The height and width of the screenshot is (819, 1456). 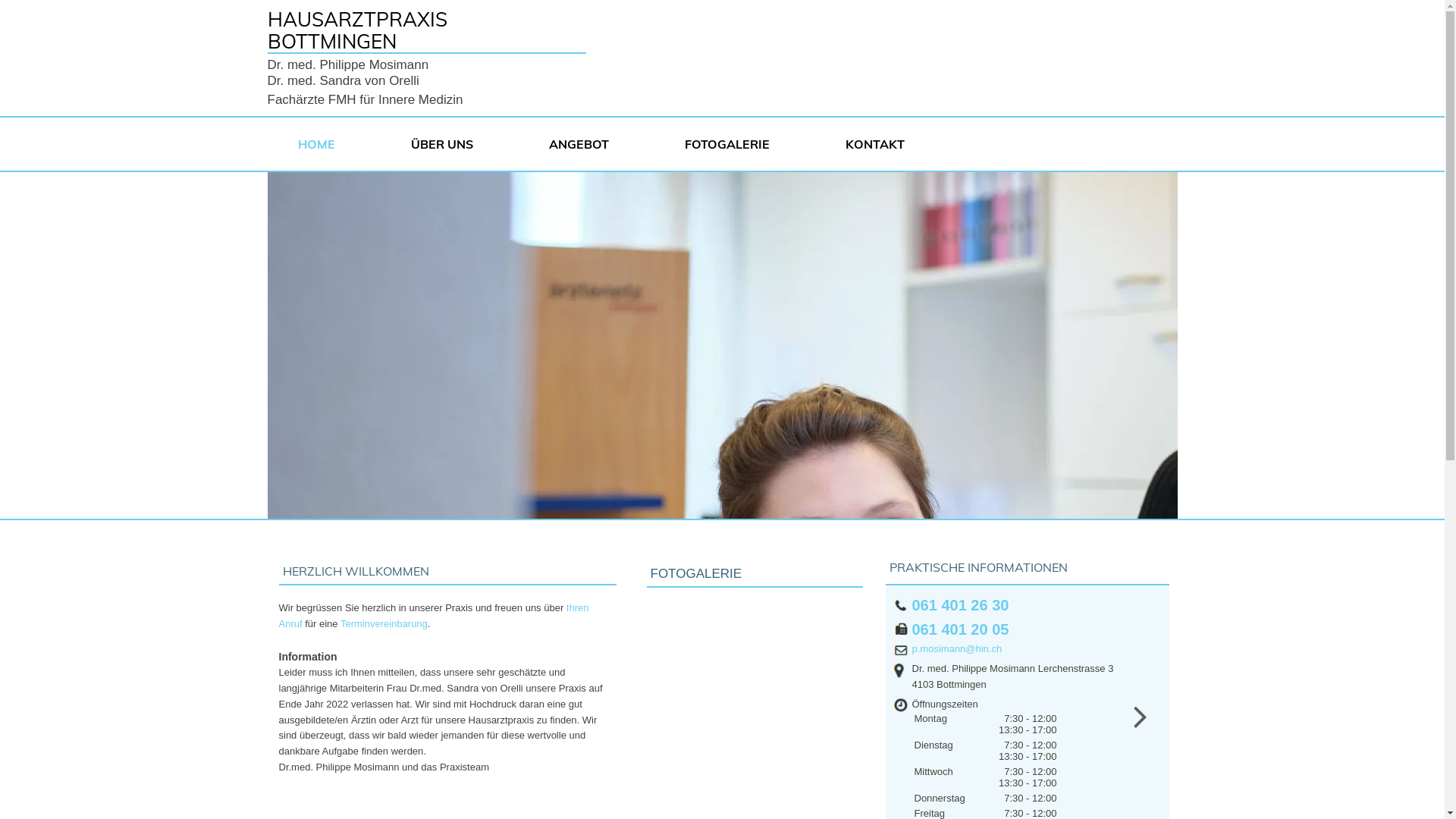 I want to click on 'ANGEBOT', so click(x=585, y=143).